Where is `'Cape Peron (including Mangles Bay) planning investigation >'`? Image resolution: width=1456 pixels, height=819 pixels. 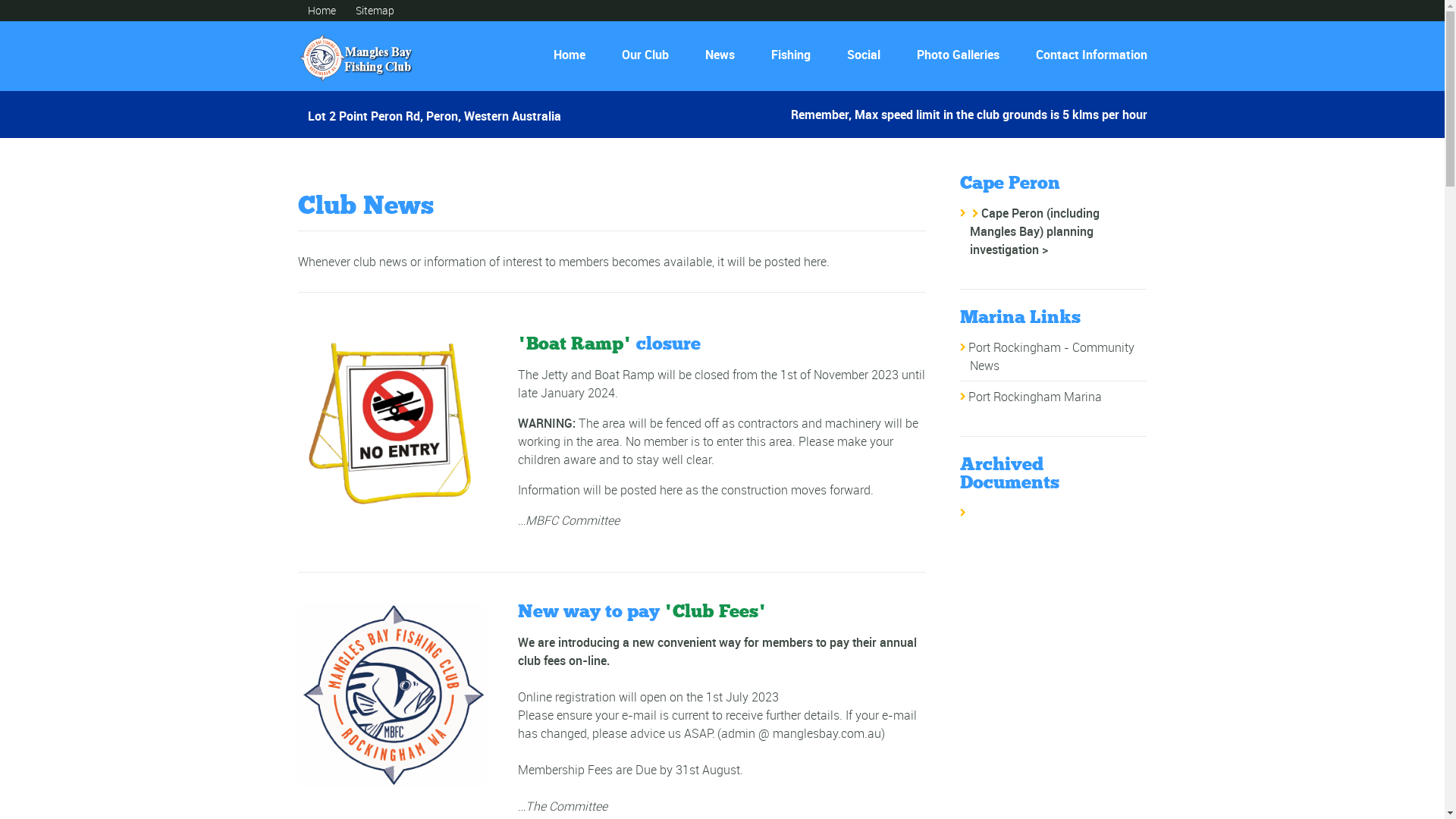
'Cape Peron (including Mangles Bay) planning investigation >' is located at coordinates (1033, 231).